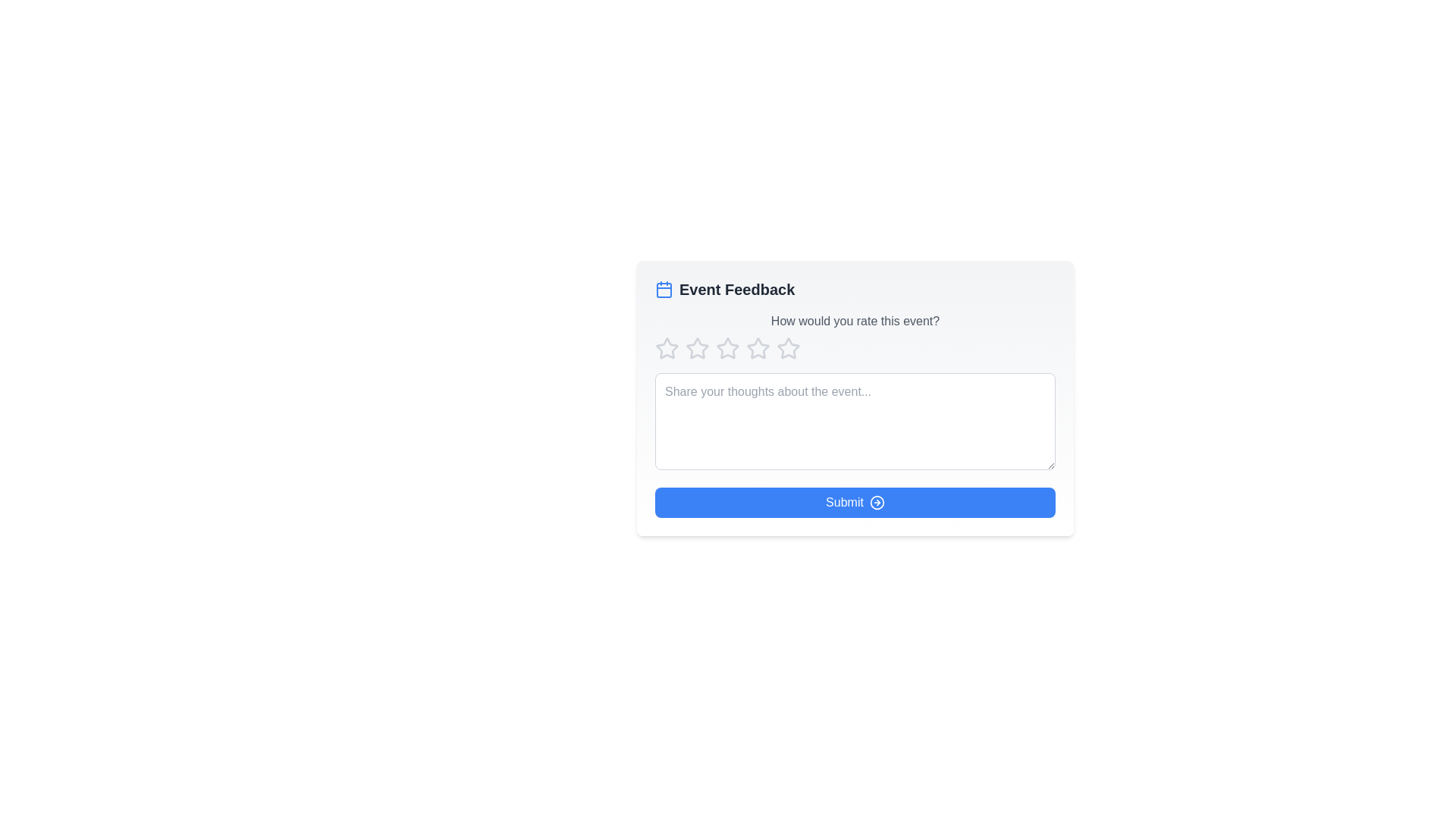  I want to click on the second star icon from the left in the horizontal group of five stars, so click(697, 348).